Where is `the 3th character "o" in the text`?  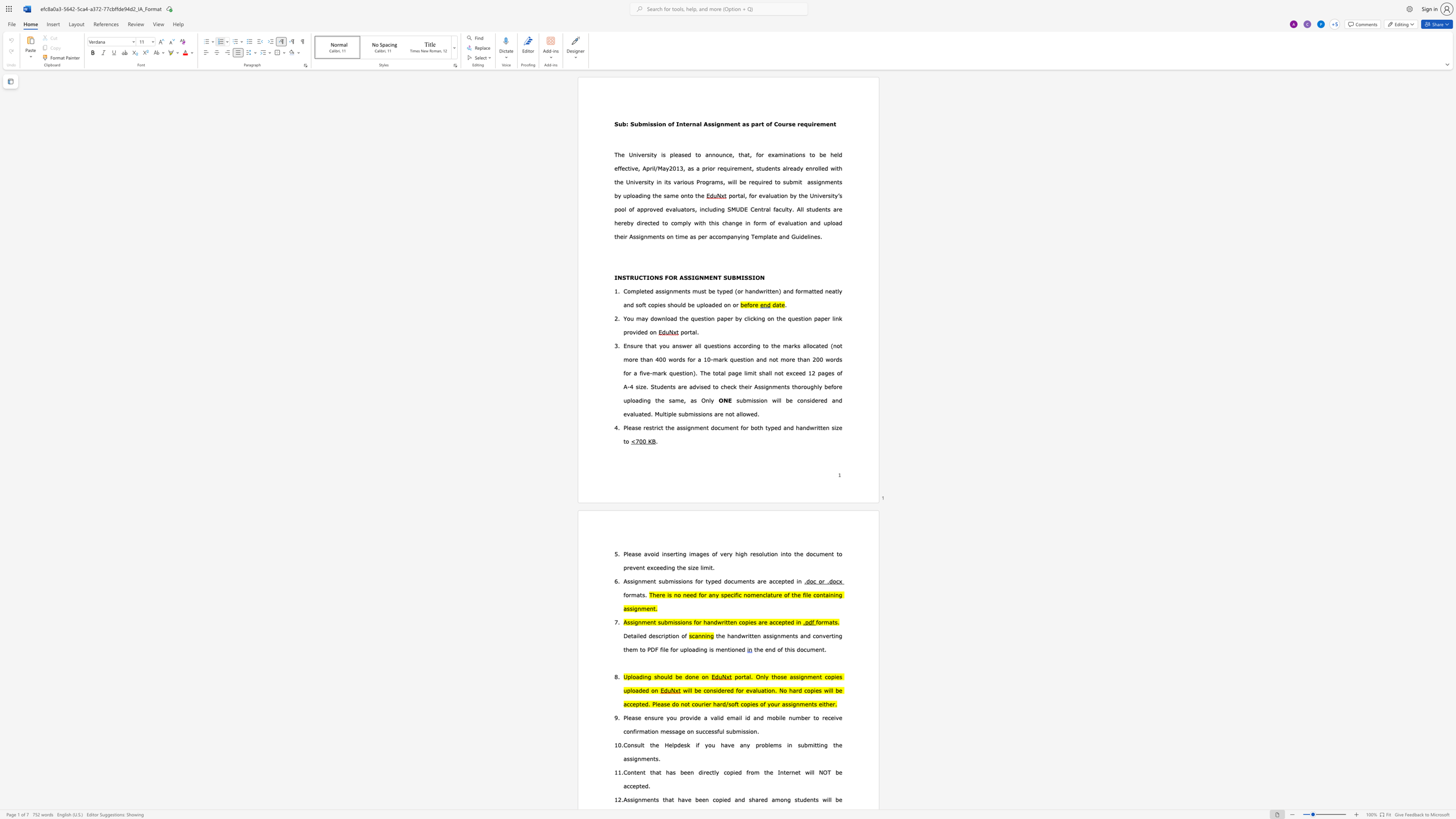 the 3th character "o" in the text is located at coordinates (743, 621).